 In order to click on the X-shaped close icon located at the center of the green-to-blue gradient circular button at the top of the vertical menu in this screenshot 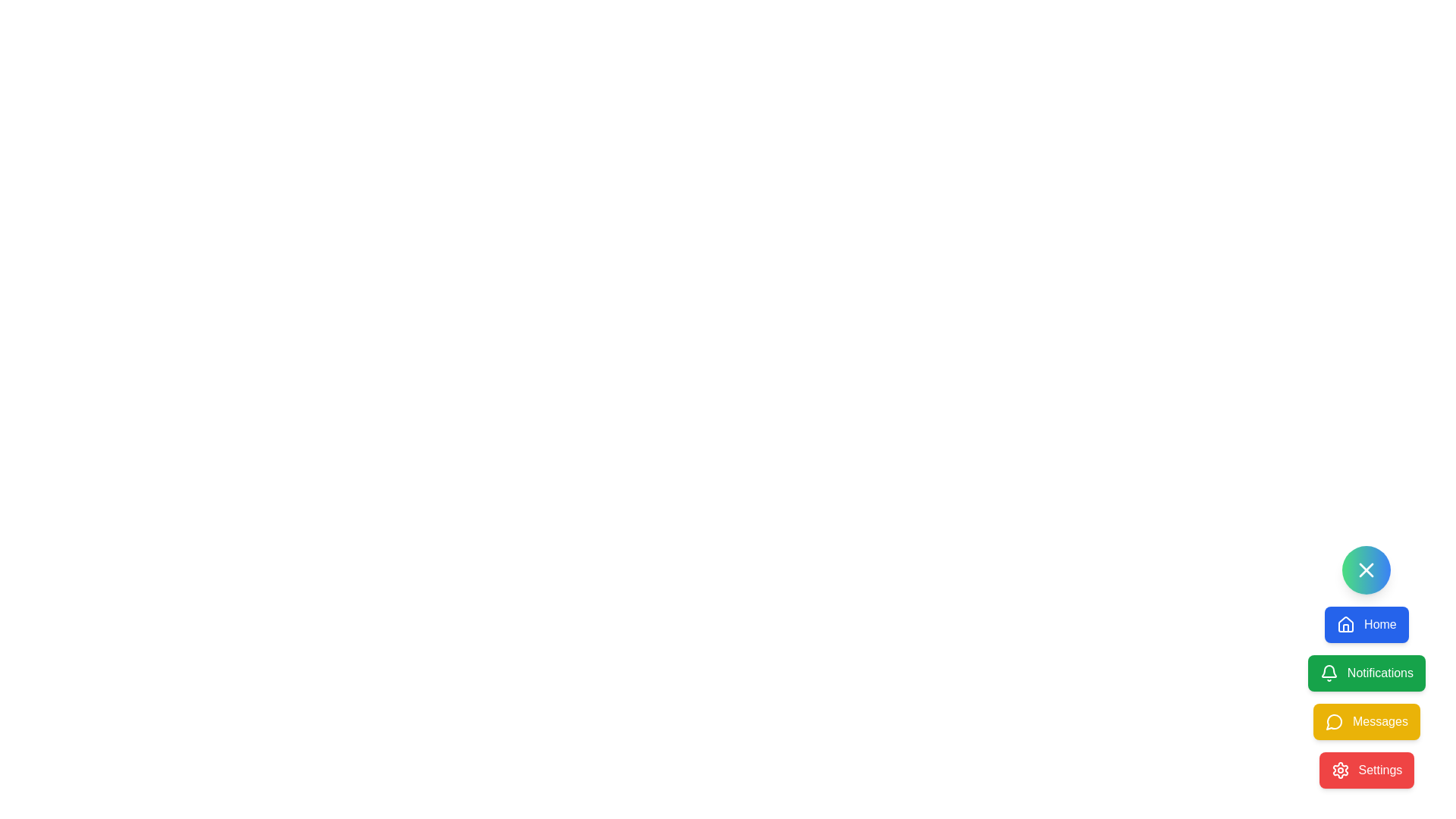, I will do `click(1367, 570)`.